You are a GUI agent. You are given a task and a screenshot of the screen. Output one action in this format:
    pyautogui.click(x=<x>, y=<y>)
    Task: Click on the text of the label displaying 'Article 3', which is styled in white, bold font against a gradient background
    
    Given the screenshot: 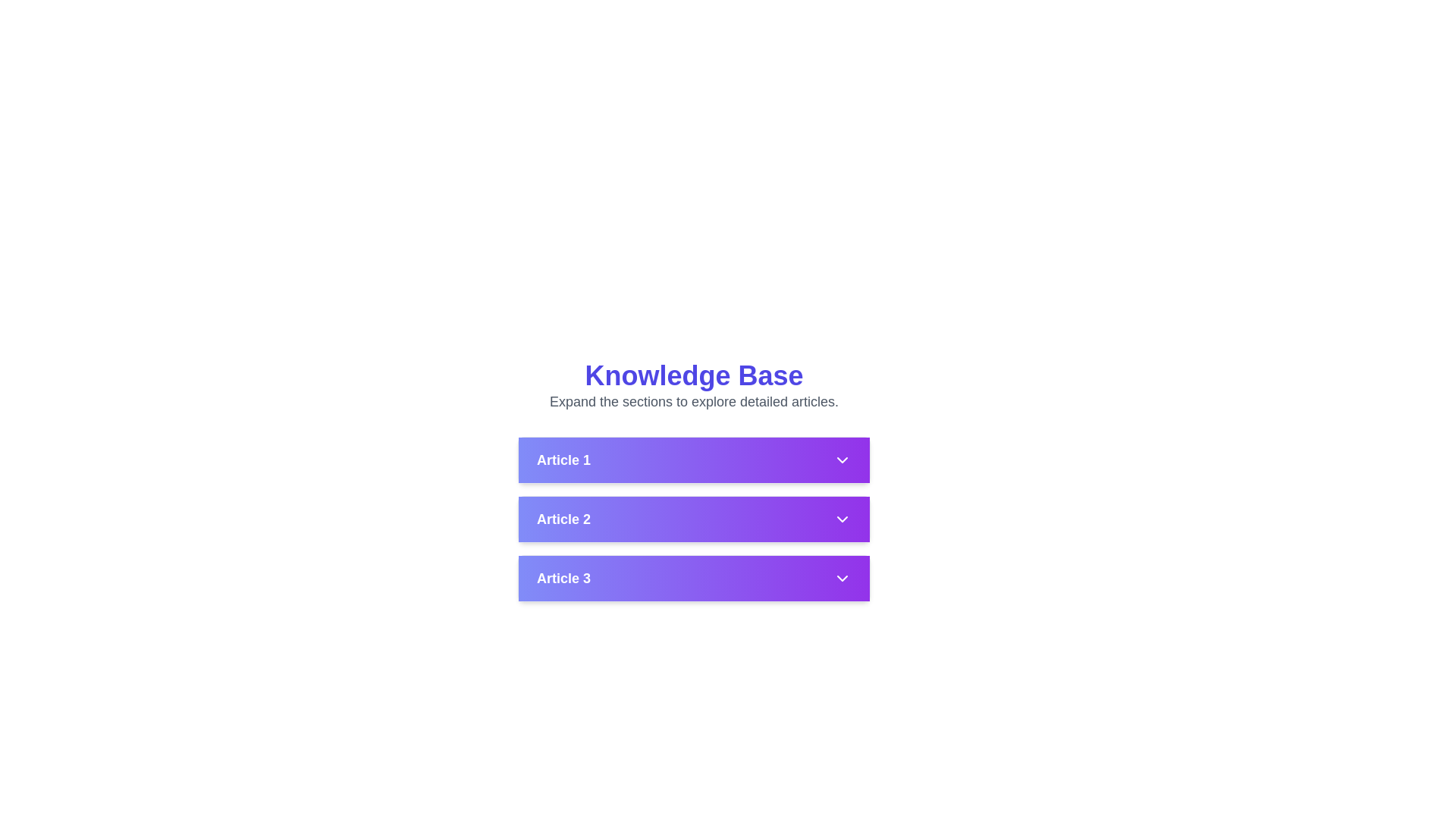 What is the action you would take?
    pyautogui.click(x=563, y=579)
    